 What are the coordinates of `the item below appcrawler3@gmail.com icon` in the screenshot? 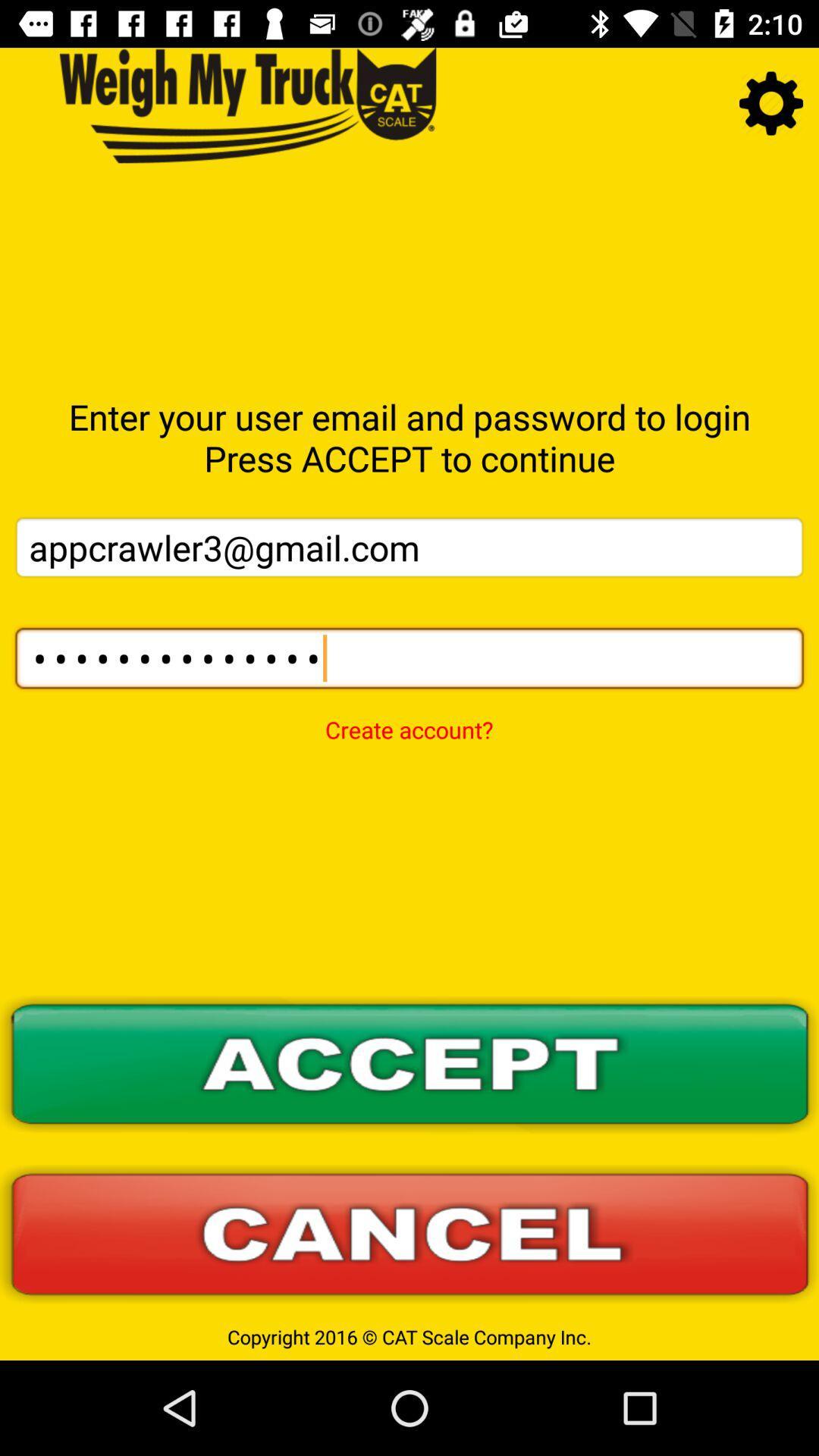 It's located at (409, 658).